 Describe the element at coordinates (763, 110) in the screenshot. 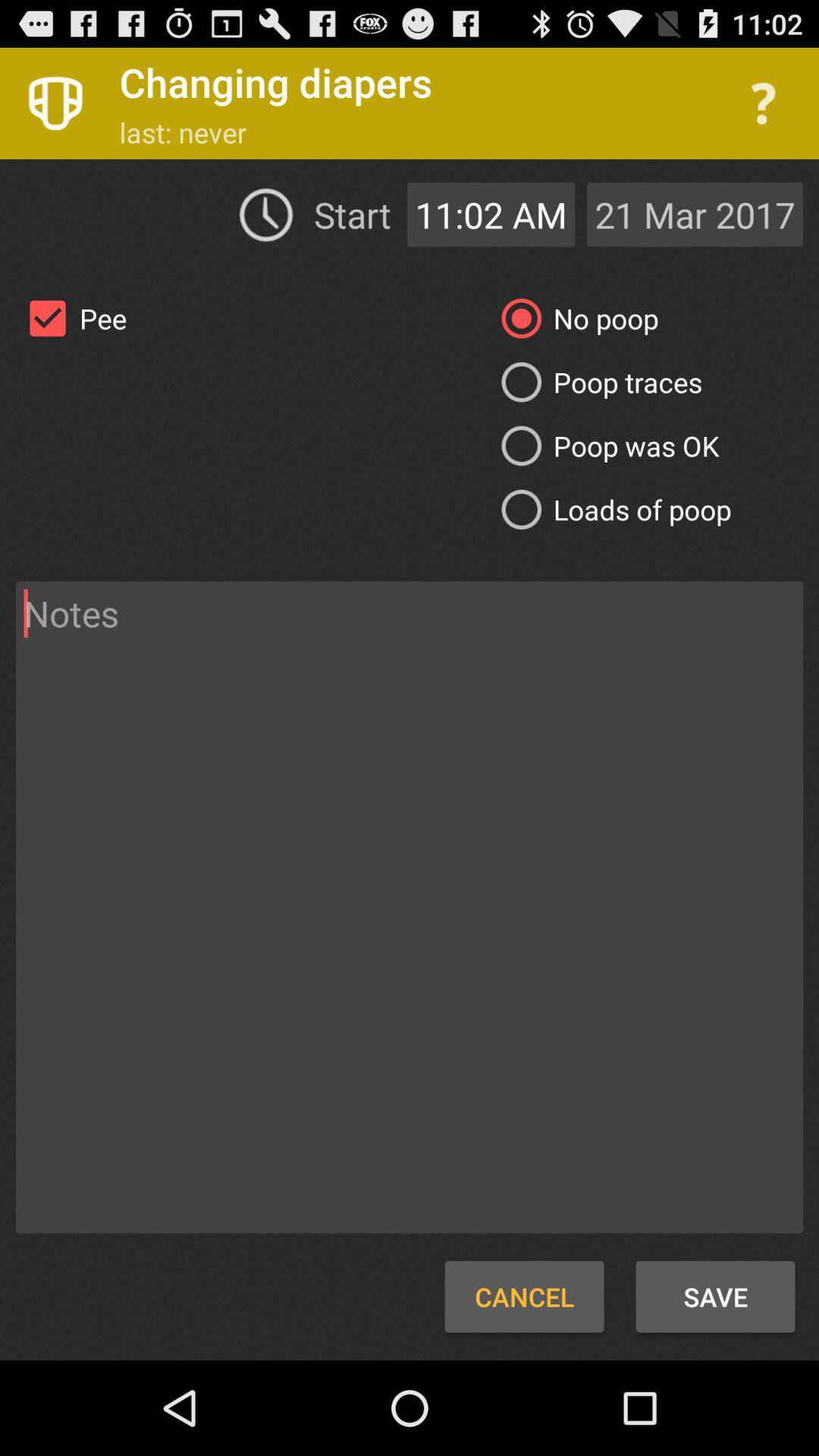

I see `the help icon` at that location.